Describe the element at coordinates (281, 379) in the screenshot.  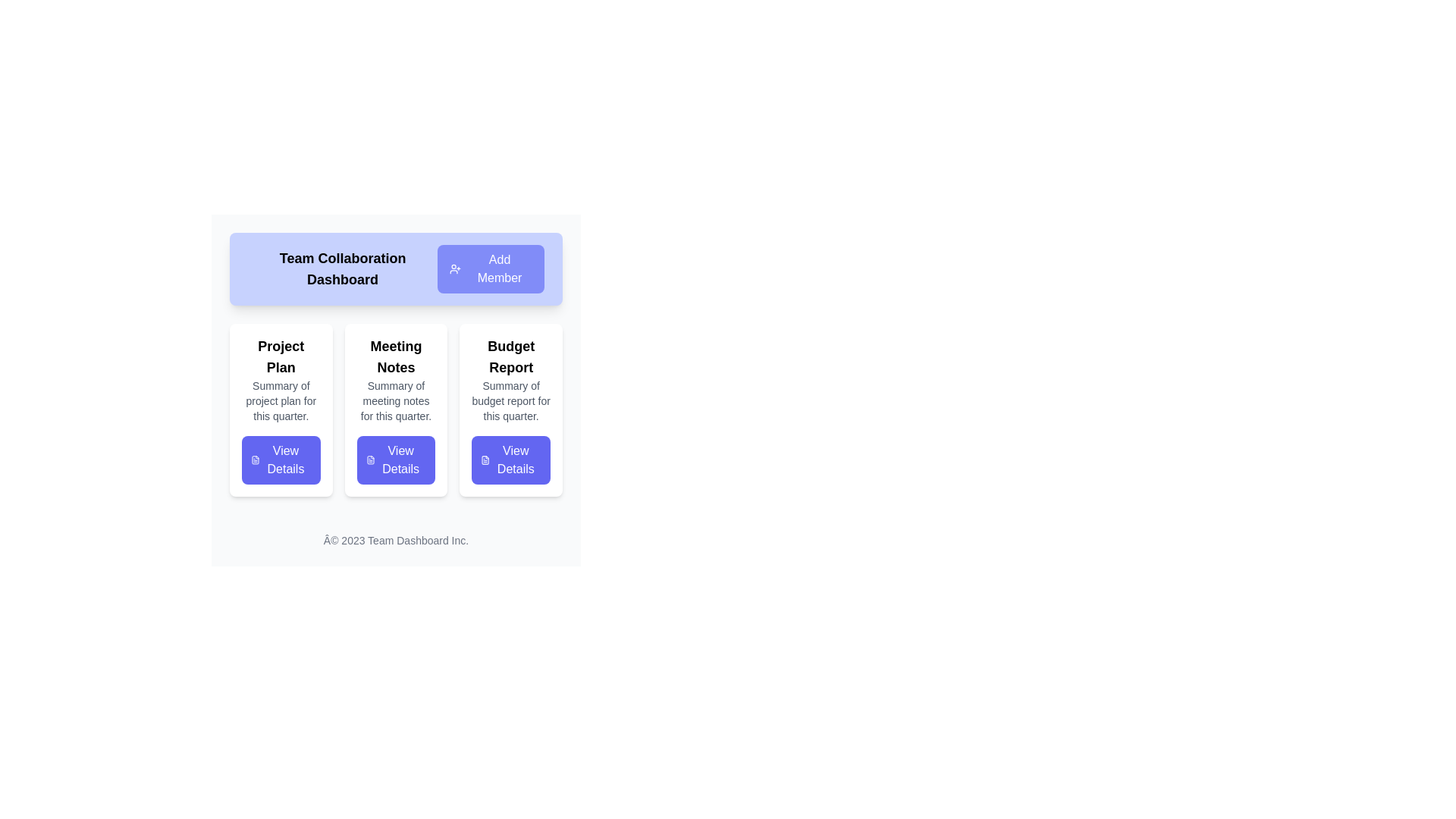
I see `the Text Block titled 'Project Plan' which contains a subtitle 'Summary of project plan for this quarter.' This Text Block is located in the first column of the card layout under the 'Team Collaboration Dashboard', above the 'View Details' button` at that location.